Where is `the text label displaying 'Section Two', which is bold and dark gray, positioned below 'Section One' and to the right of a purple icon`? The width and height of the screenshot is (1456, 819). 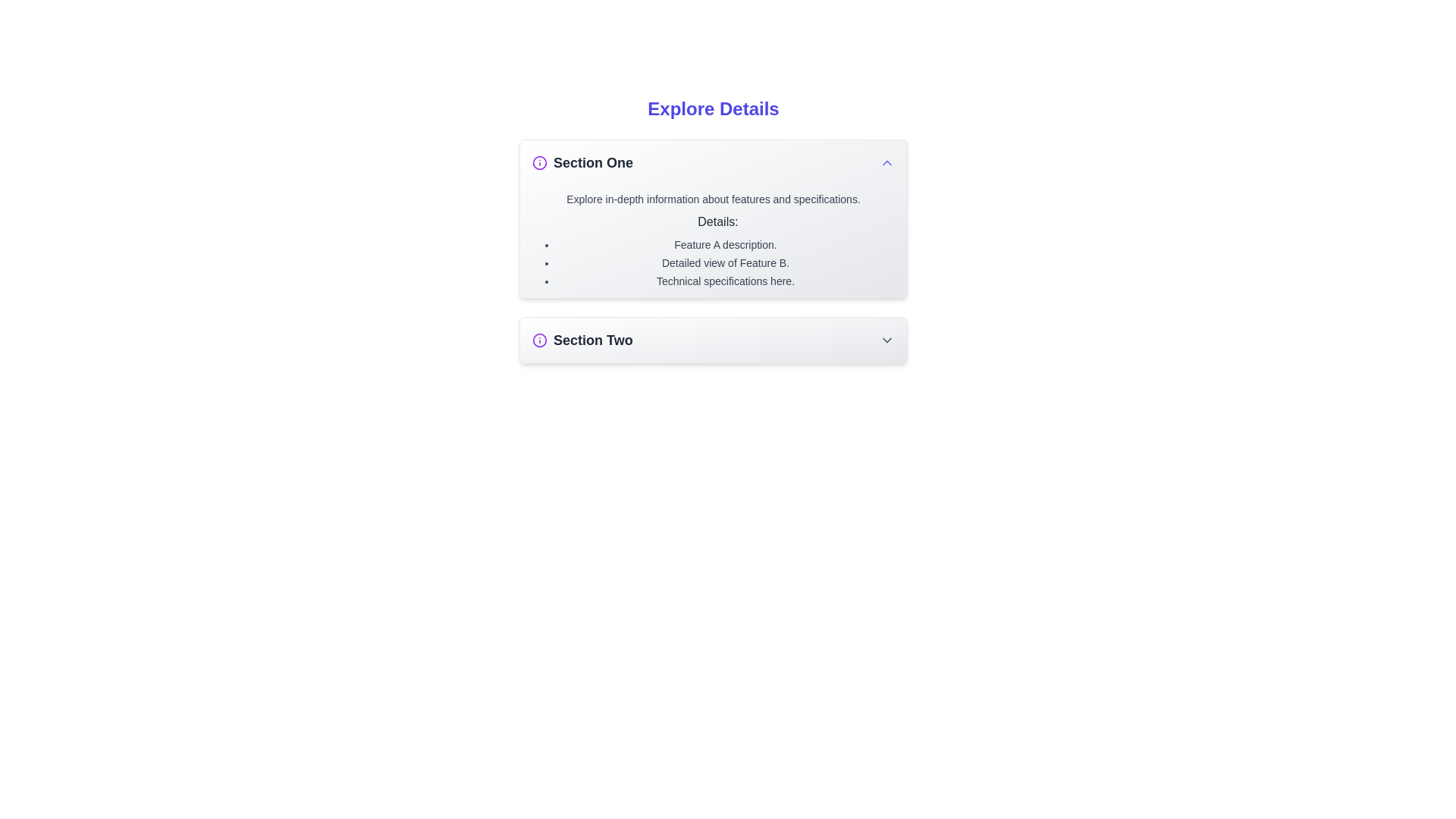 the text label displaying 'Section Two', which is bold and dark gray, positioned below 'Section One' and to the right of a purple icon is located at coordinates (592, 339).